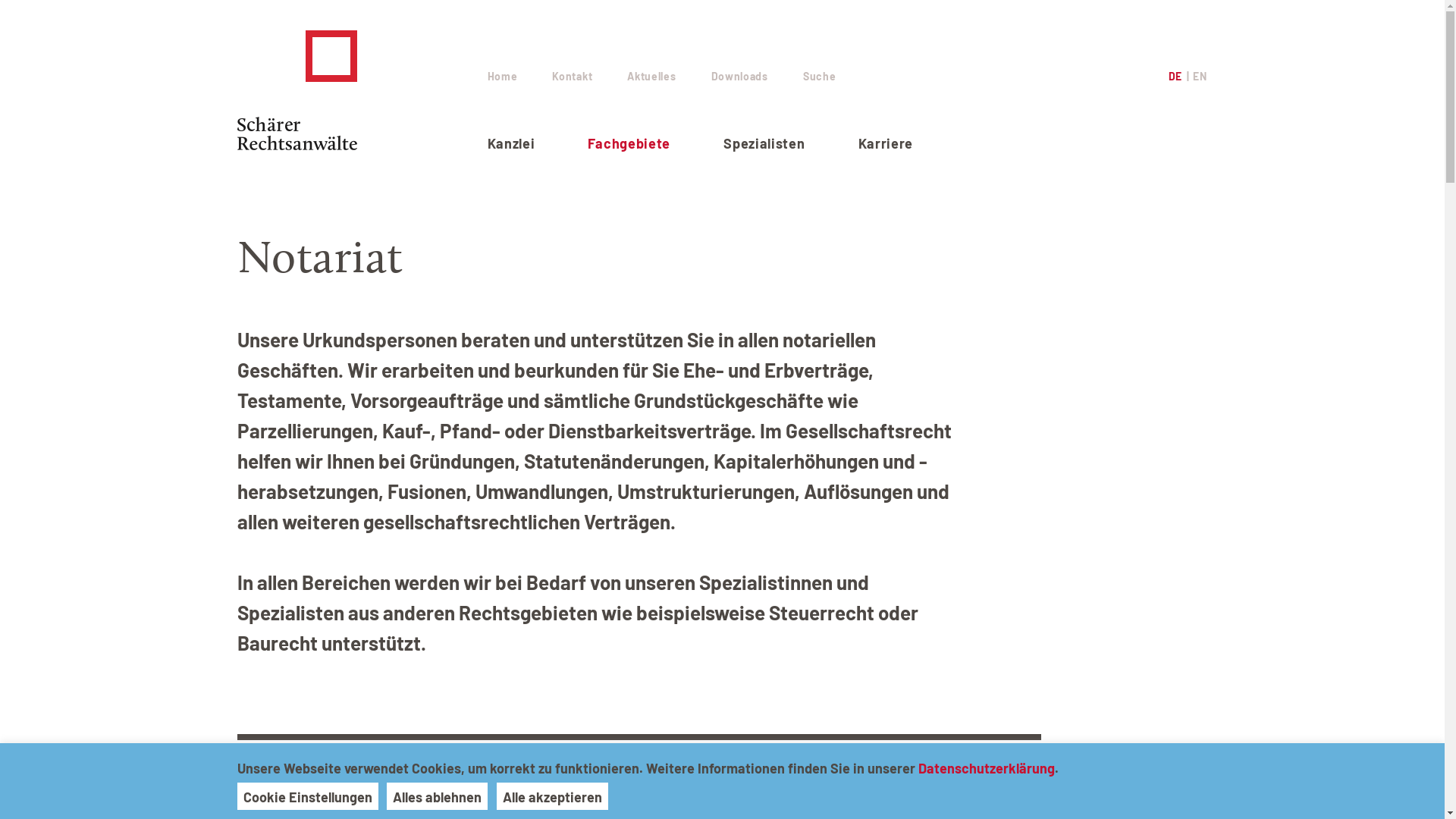 The height and width of the screenshot is (819, 1456). What do you see at coordinates (764, 143) in the screenshot?
I see `'Spezialisten'` at bounding box center [764, 143].